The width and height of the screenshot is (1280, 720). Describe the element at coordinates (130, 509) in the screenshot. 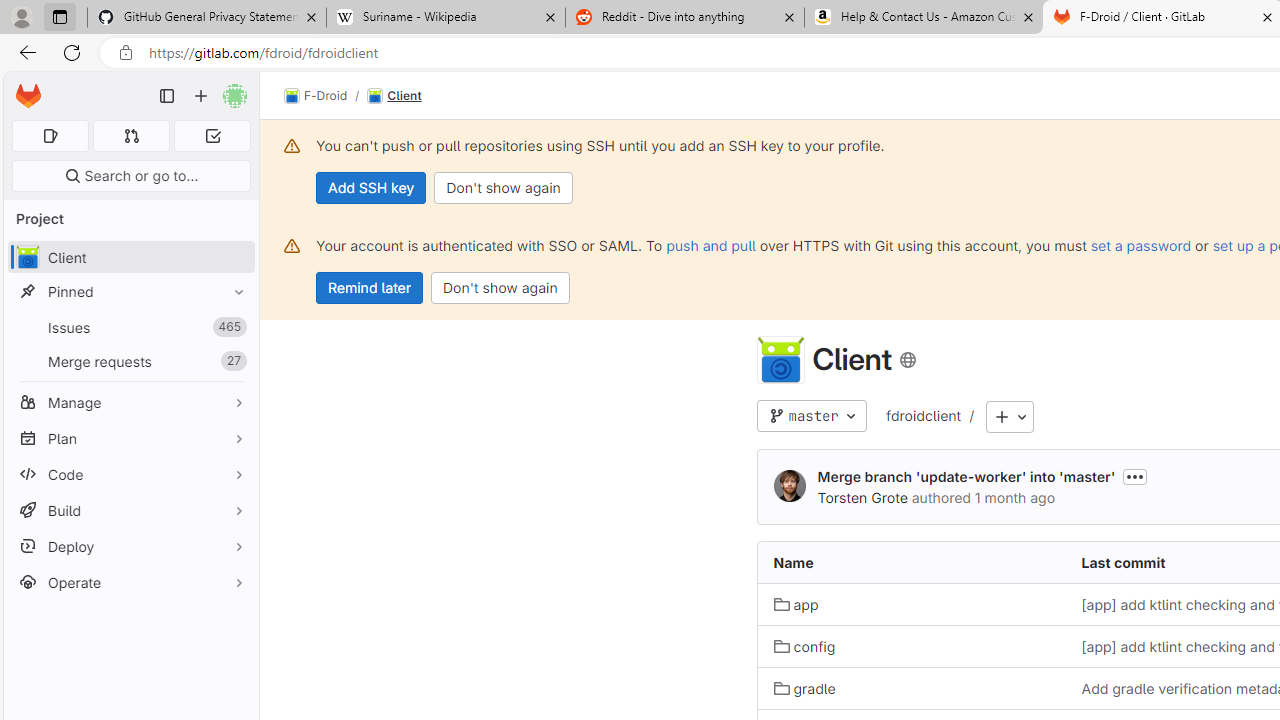

I see `'Build'` at that location.